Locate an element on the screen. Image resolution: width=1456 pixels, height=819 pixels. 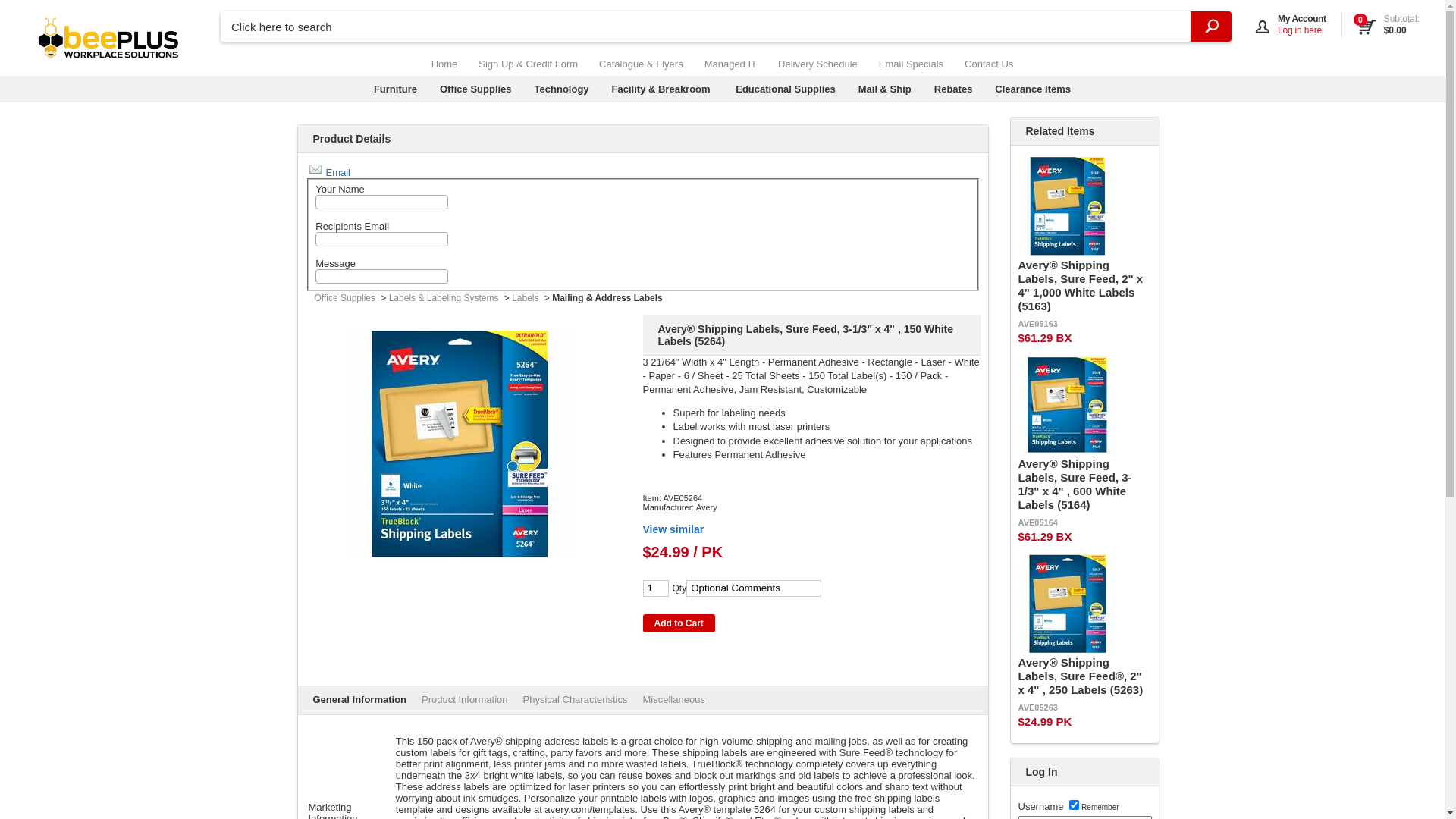
'Technology' is located at coordinates (560, 89).